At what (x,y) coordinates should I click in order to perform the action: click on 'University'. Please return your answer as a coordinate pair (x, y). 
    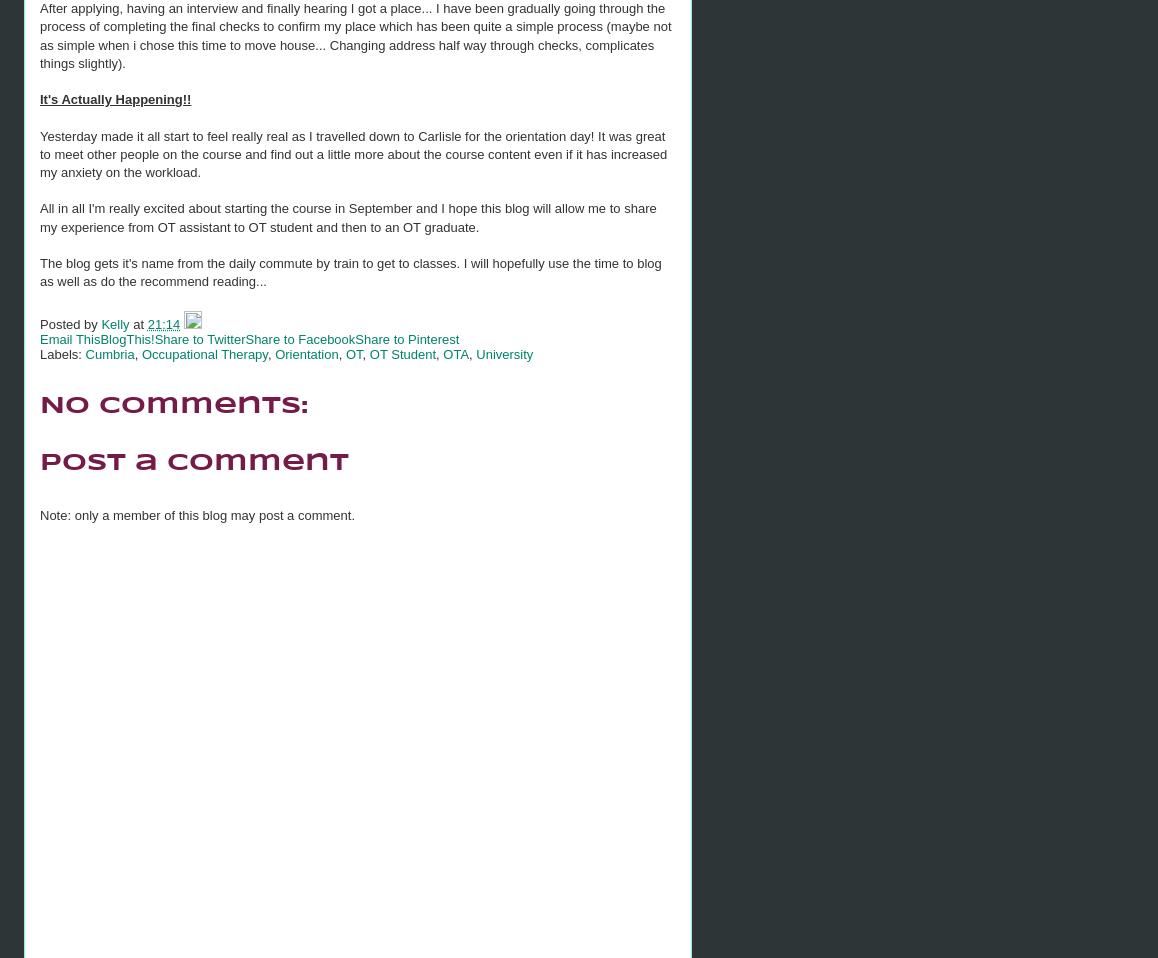
    Looking at the image, I should click on (503, 352).